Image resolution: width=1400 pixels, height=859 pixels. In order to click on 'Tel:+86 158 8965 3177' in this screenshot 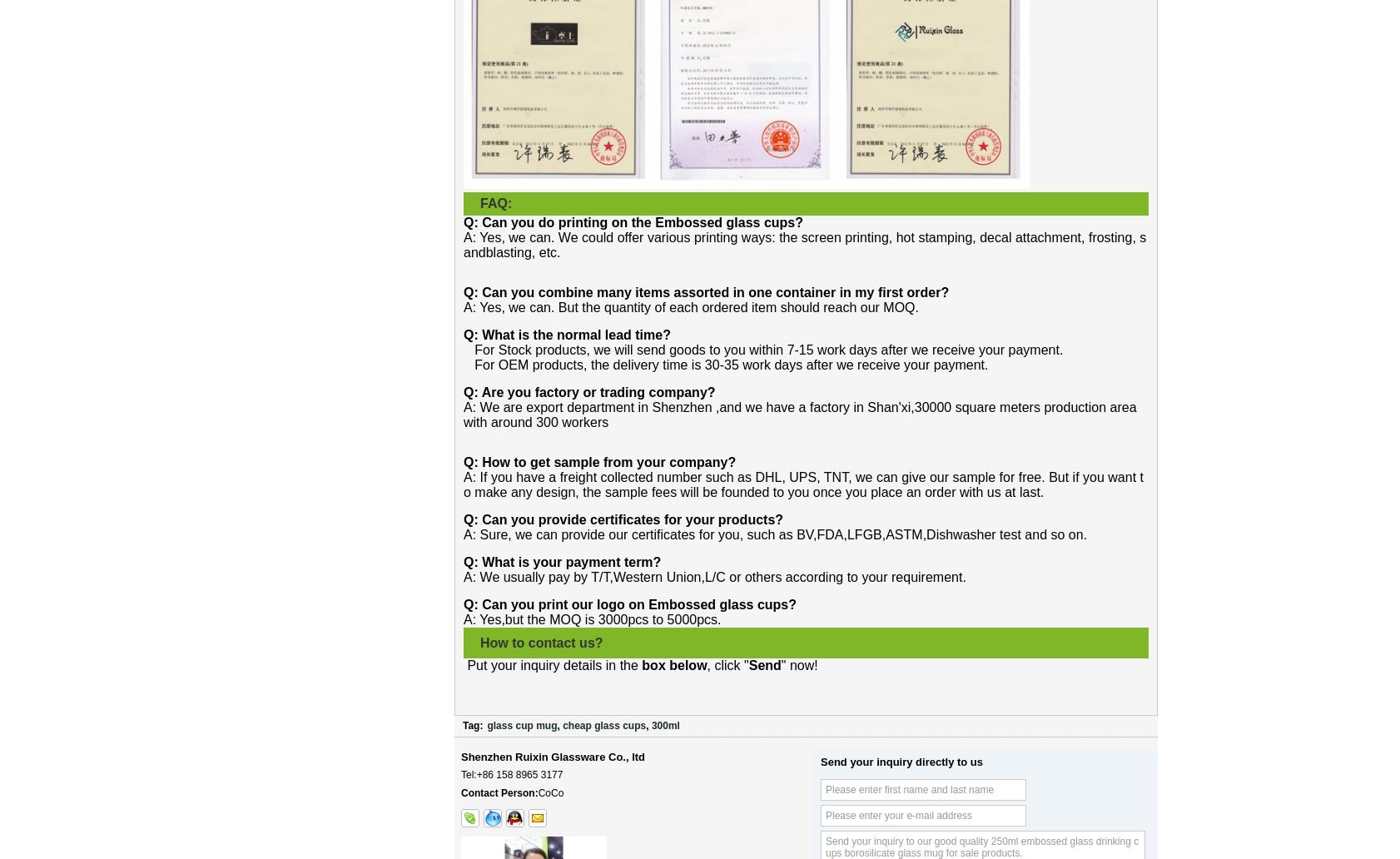, I will do `click(511, 773)`.